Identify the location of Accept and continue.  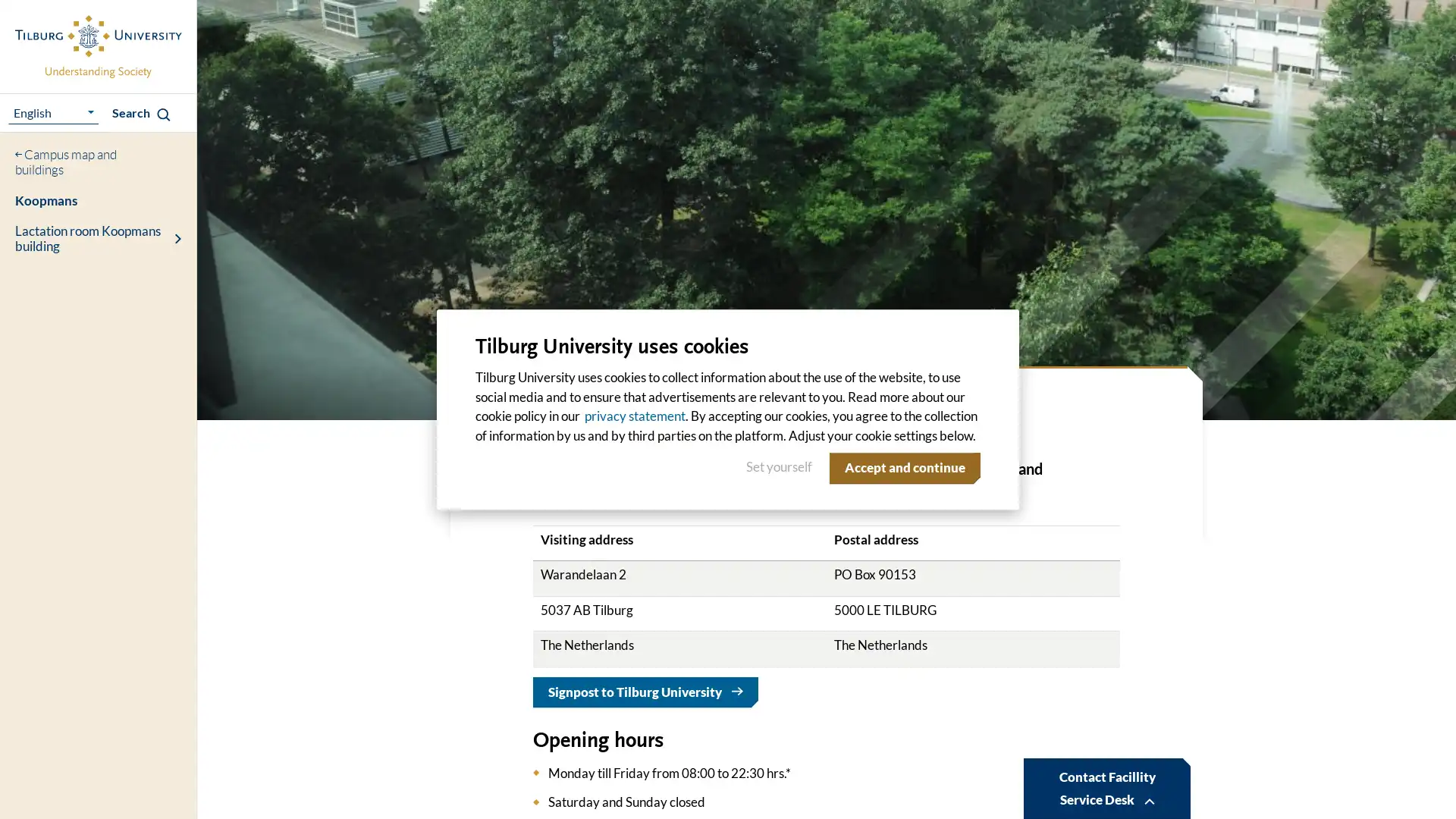
(902, 467).